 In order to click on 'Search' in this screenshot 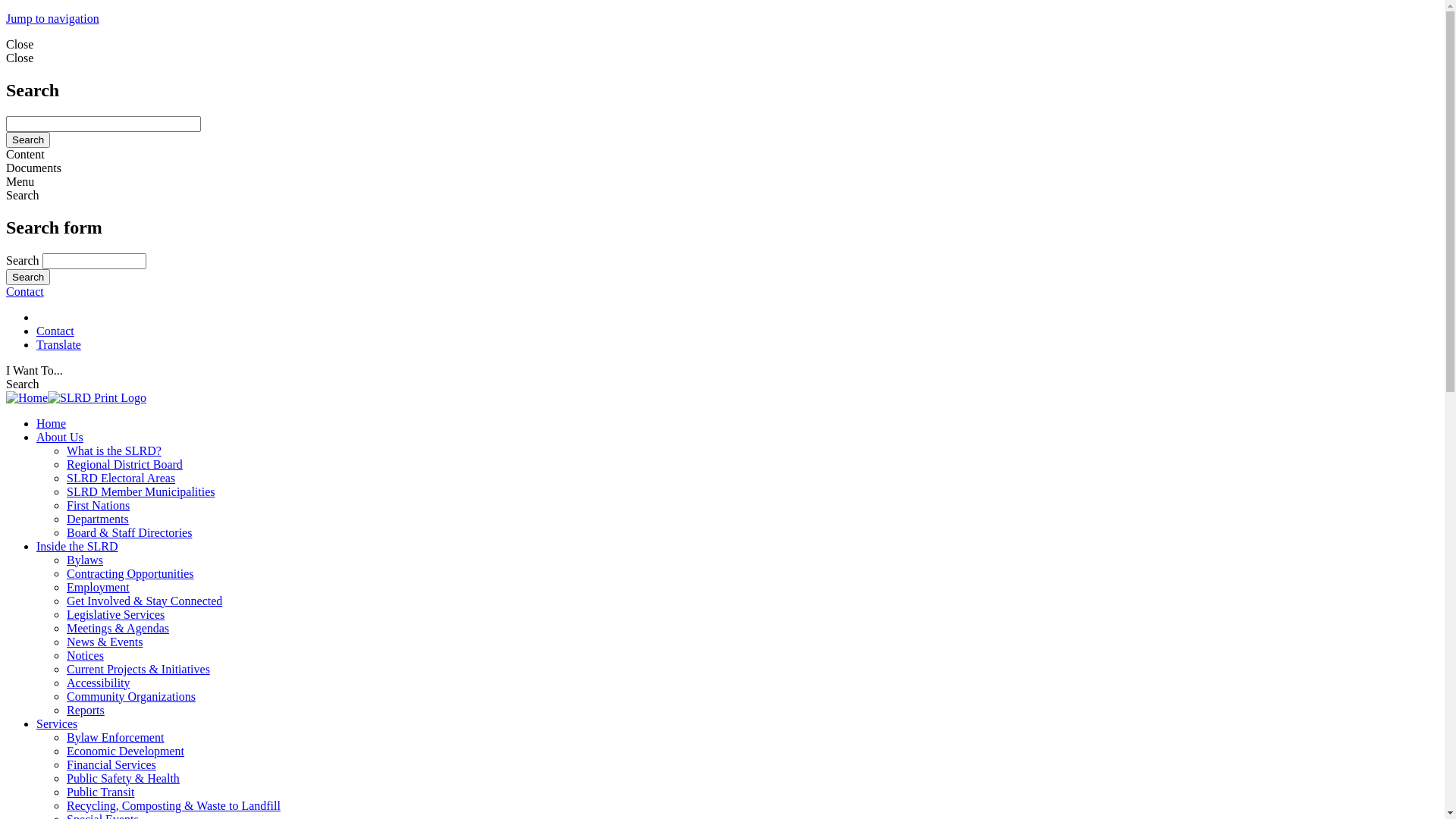, I will do `click(28, 277)`.